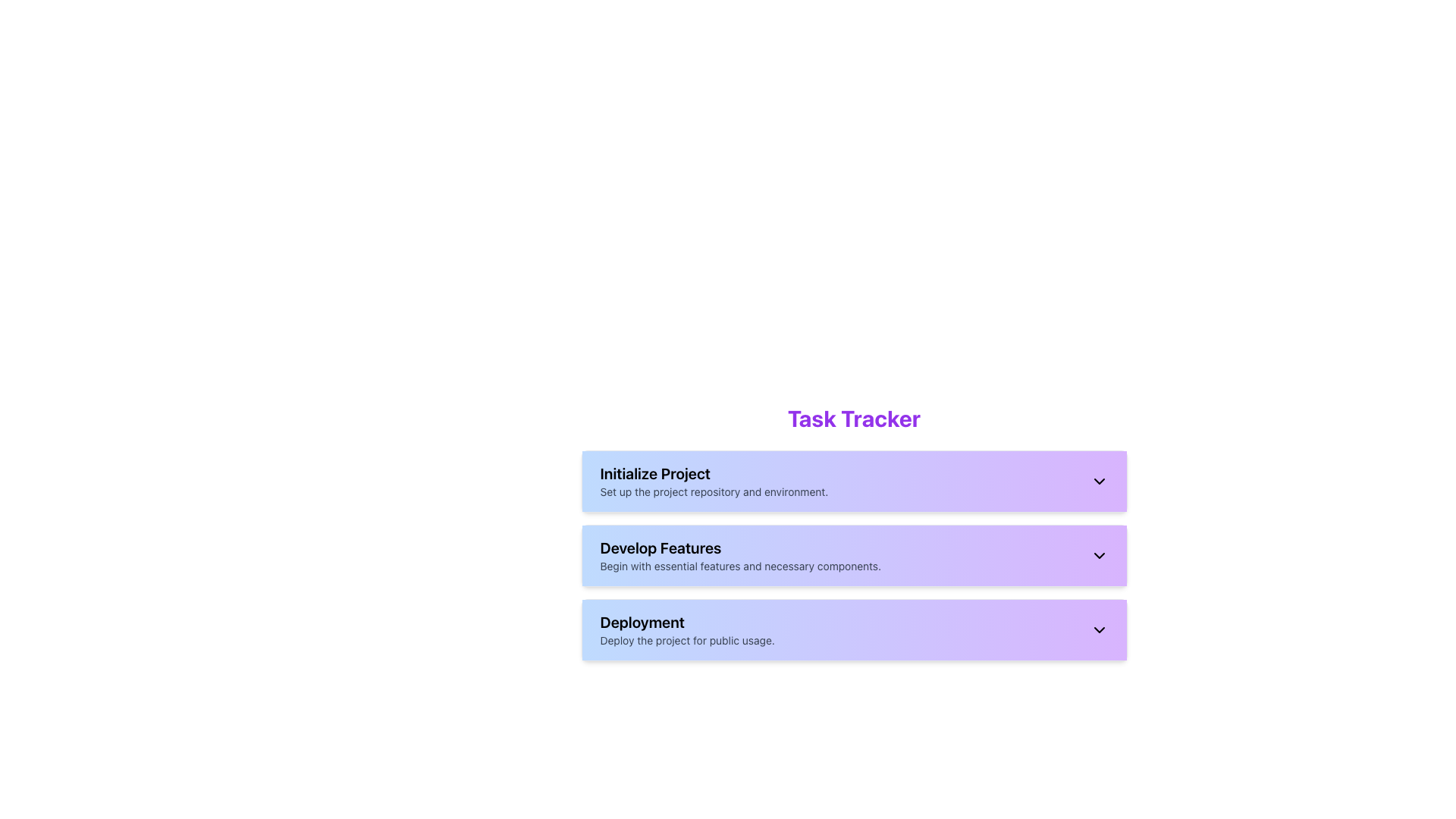 The height and width of the screenshot is (819, 1456). Describe the element at coordinates (854, 555) in the screenshot. I see `the chevron-down icon on the 'Develop Features' collapsible panel` at that location.